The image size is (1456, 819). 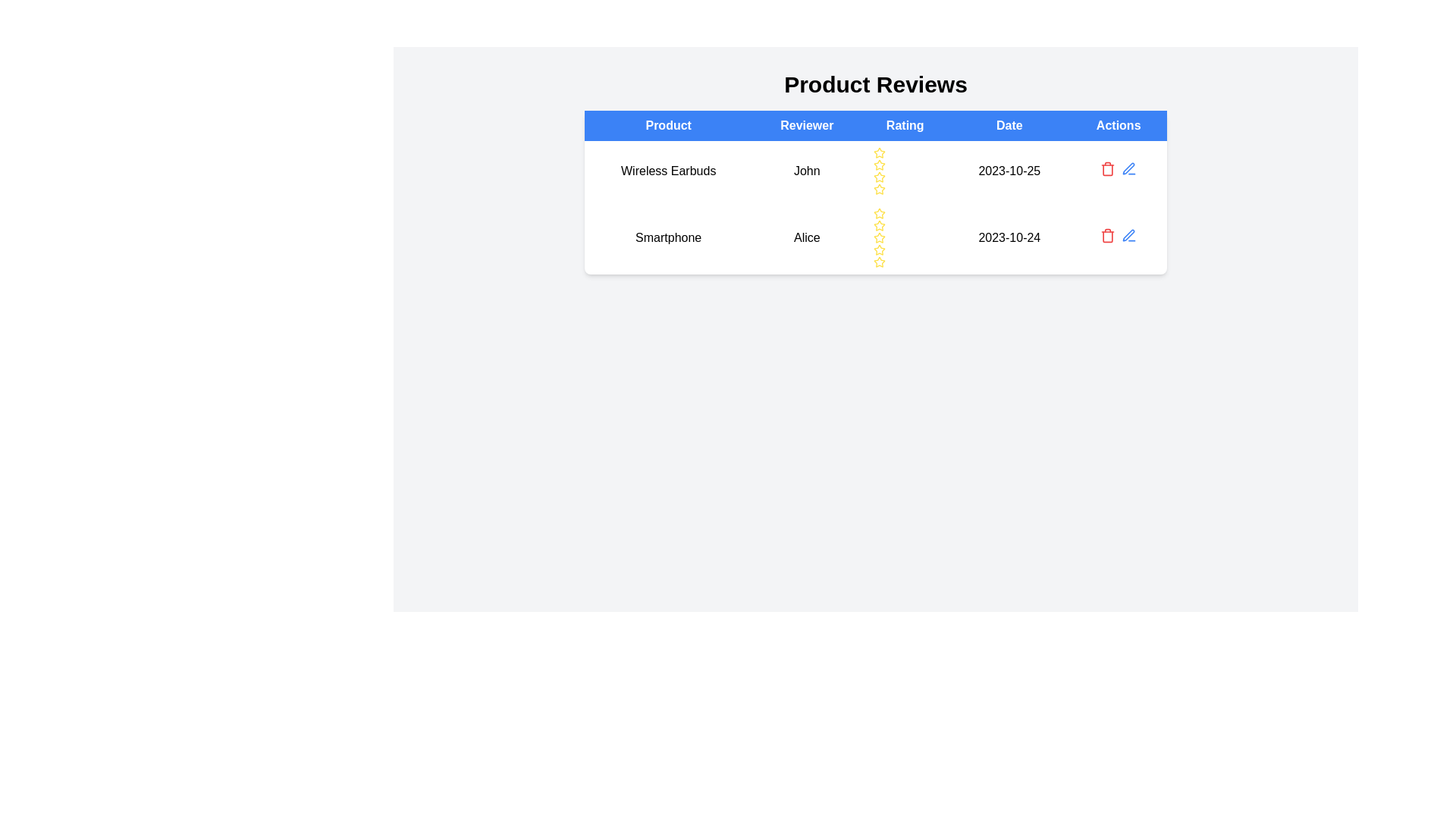 What do you see at coordinates (1009, 124) in the screenshot?
I see `text label 'Date' in the fourth column of the product review table header, which is displayed in white on a blue background` at bounding box center [1009, 124].